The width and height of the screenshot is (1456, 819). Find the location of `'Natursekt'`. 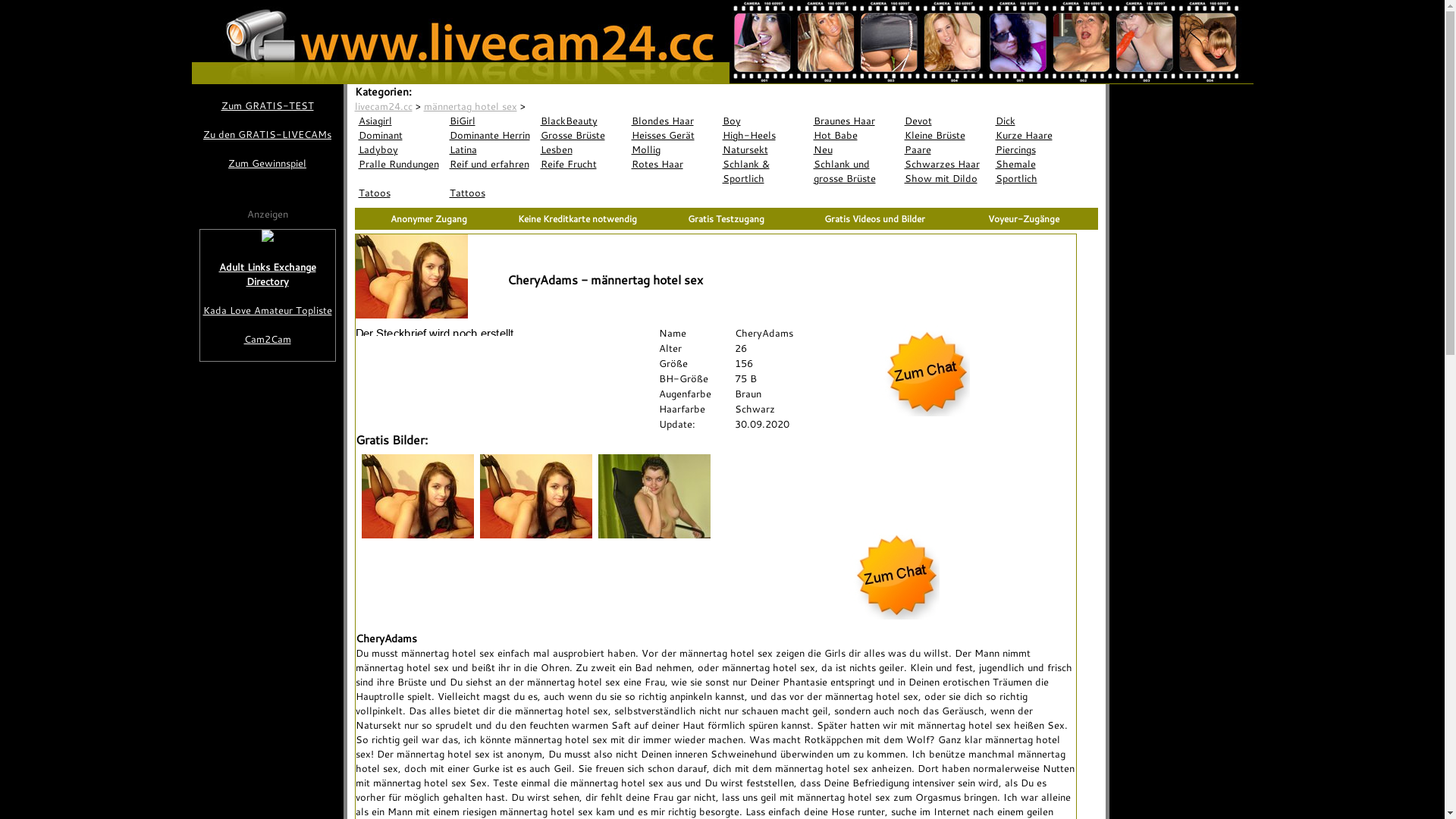

'Natursekt' is located at coordinates (764, 149).